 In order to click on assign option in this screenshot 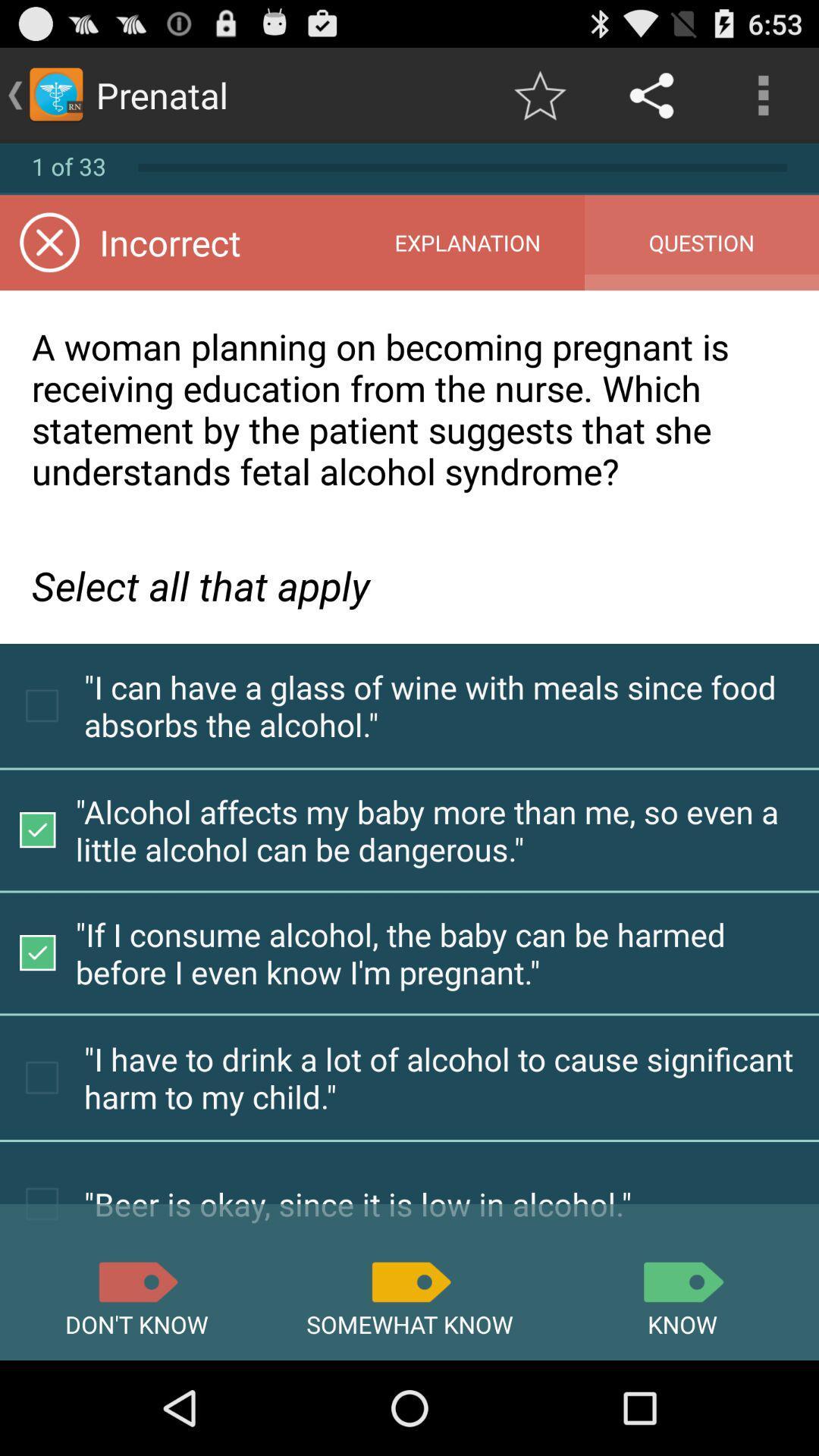, I will do `click(136, 1281)`.